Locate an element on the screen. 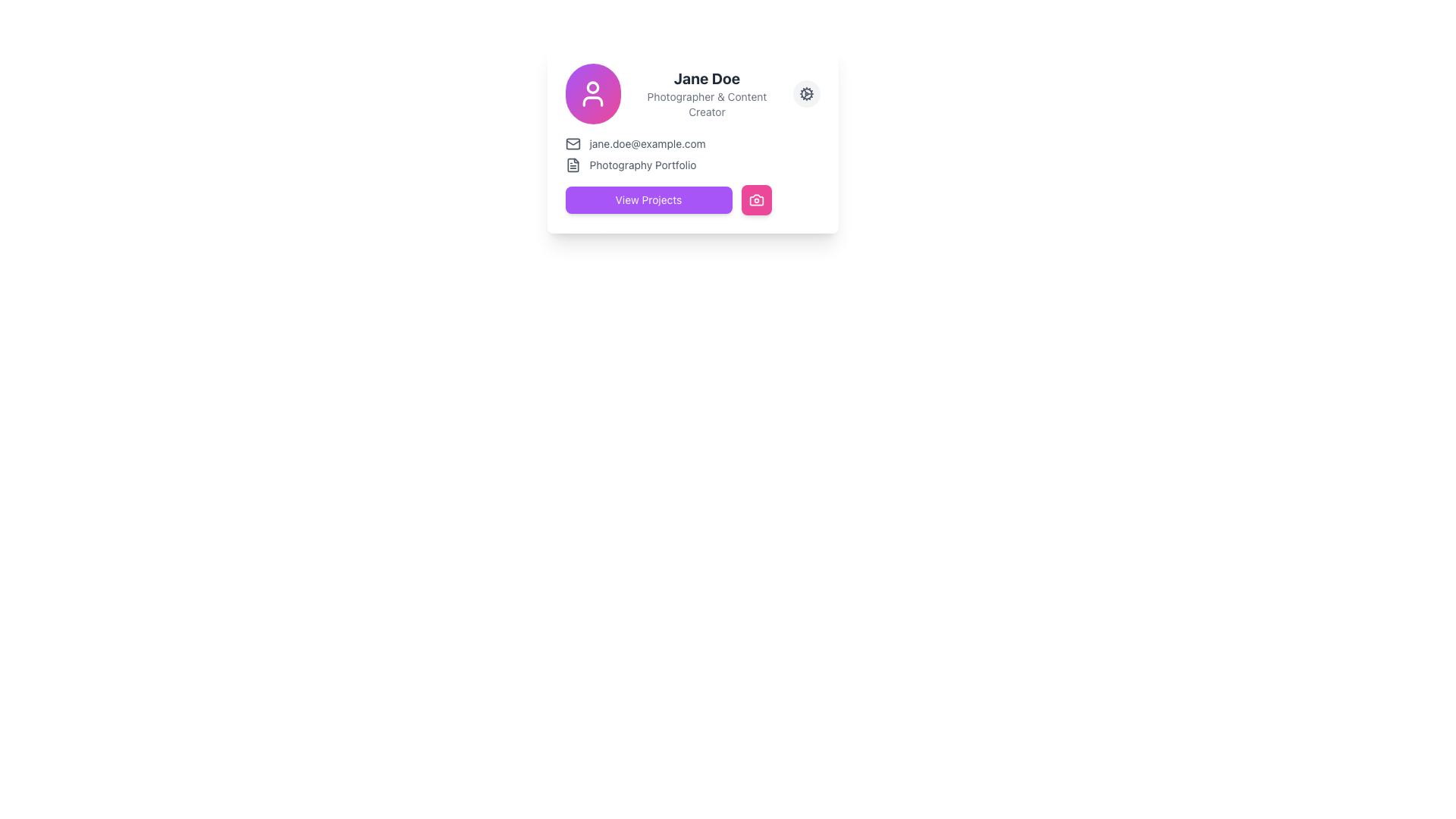  text displayed at the top-center section of the profile information card, which identifies the person associated with the profile is located at coordinates (706, 79).